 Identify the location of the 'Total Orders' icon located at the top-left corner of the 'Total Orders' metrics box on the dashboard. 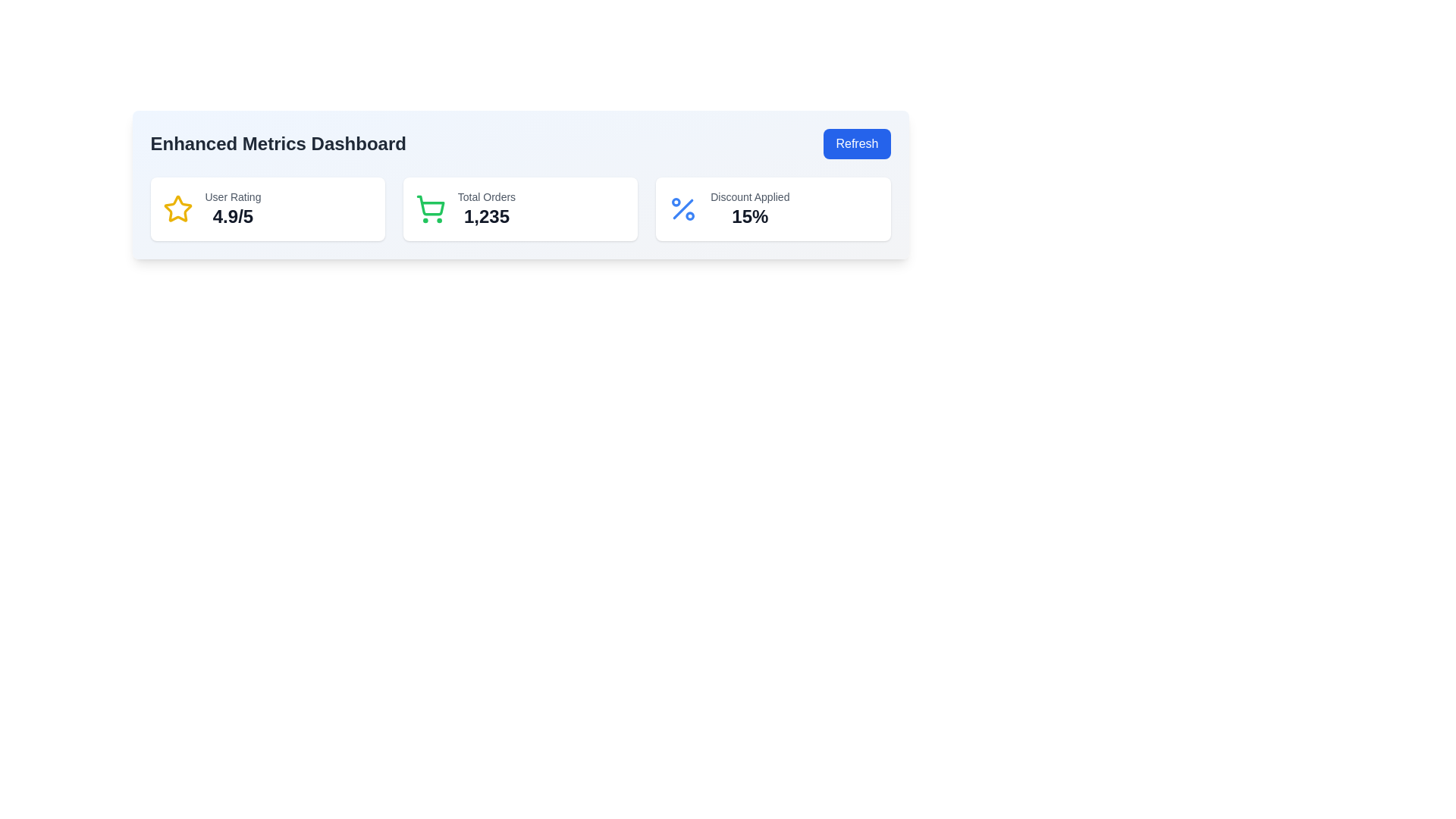
(429, 209).